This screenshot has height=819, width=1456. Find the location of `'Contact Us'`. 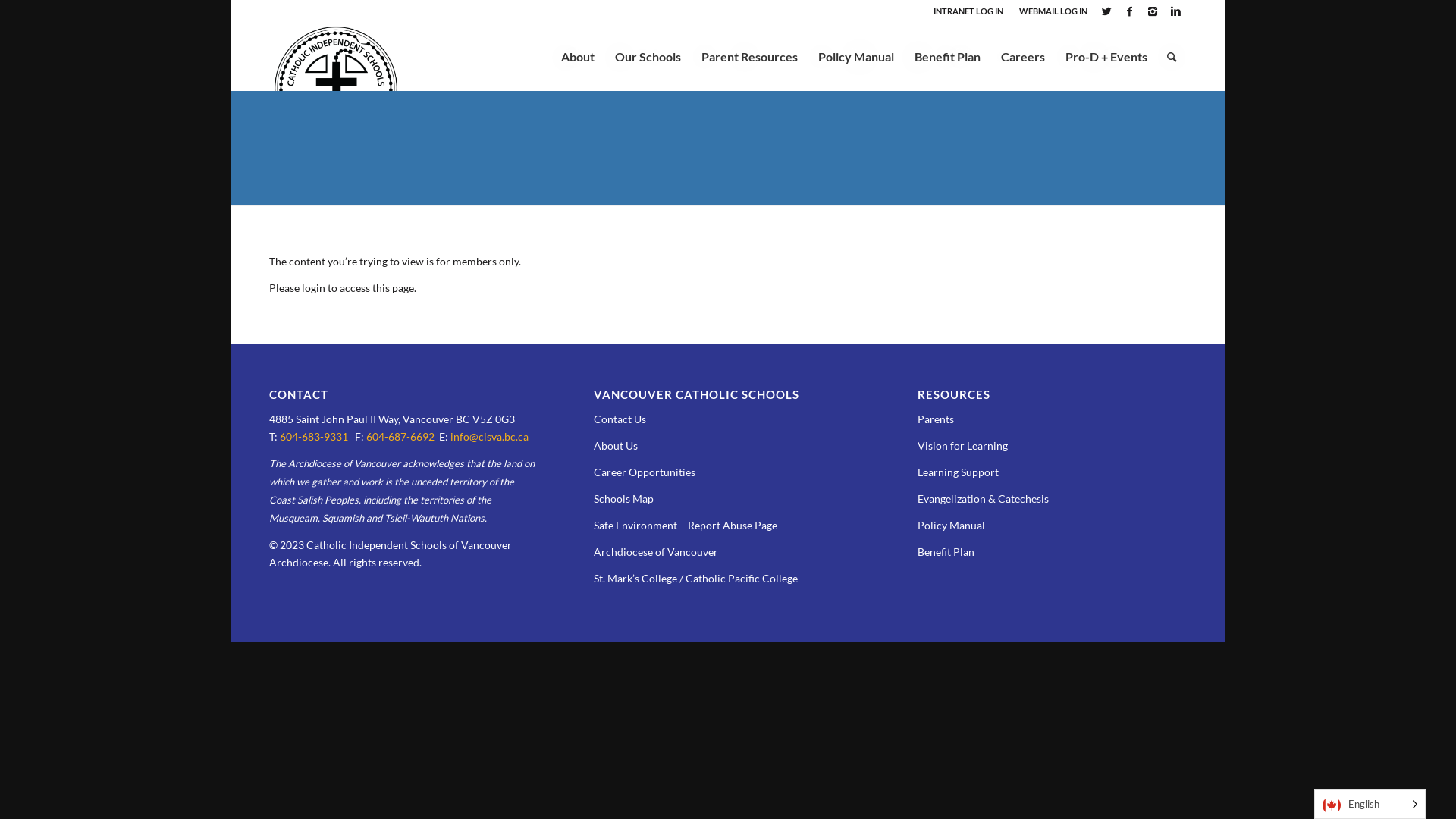

'Contact Us' is located at coordinates (620, 419).